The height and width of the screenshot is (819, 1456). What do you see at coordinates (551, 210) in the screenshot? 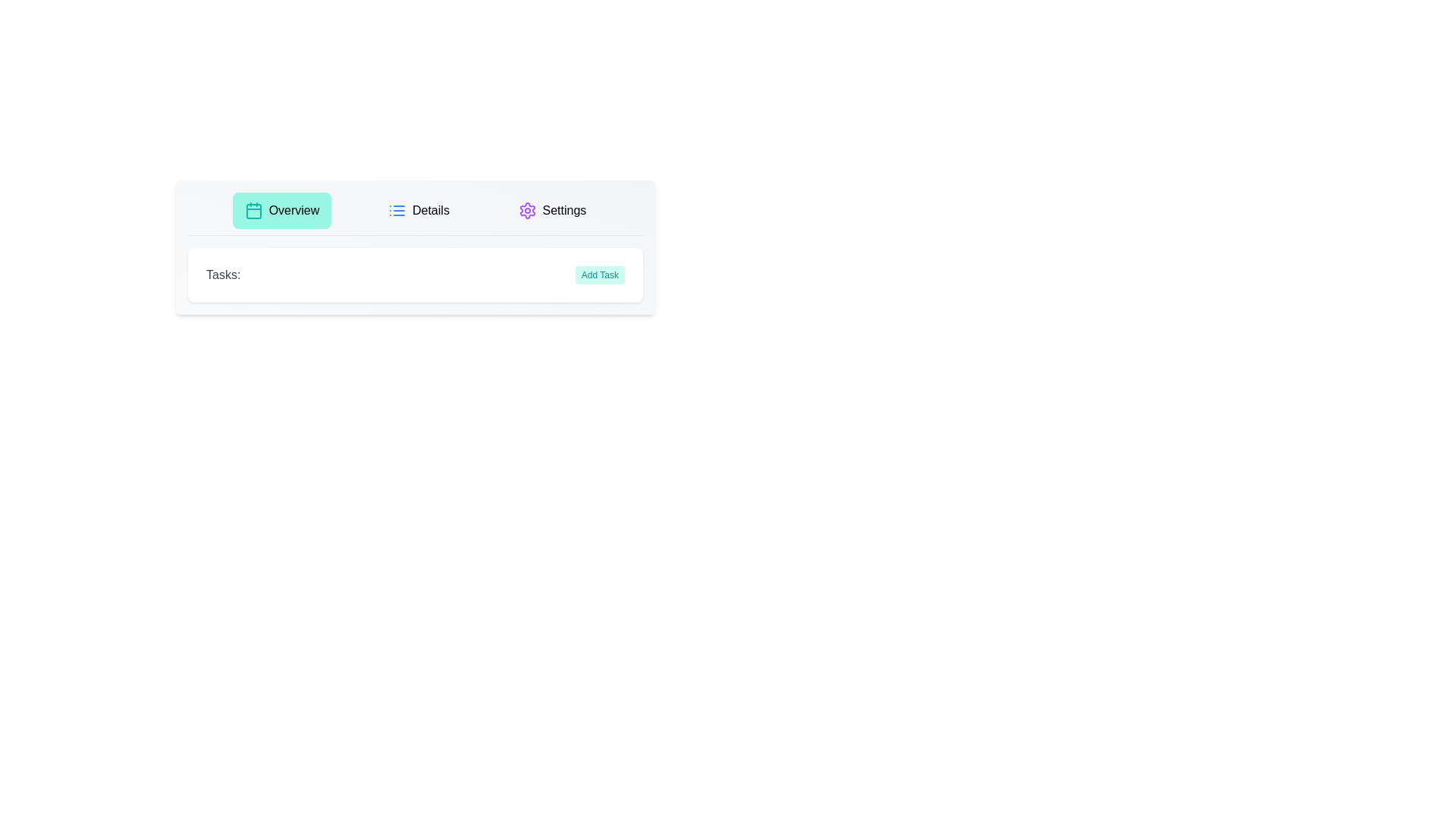
I see `the Settings Button to observe its hover effect` at bounding box center [551, 210].